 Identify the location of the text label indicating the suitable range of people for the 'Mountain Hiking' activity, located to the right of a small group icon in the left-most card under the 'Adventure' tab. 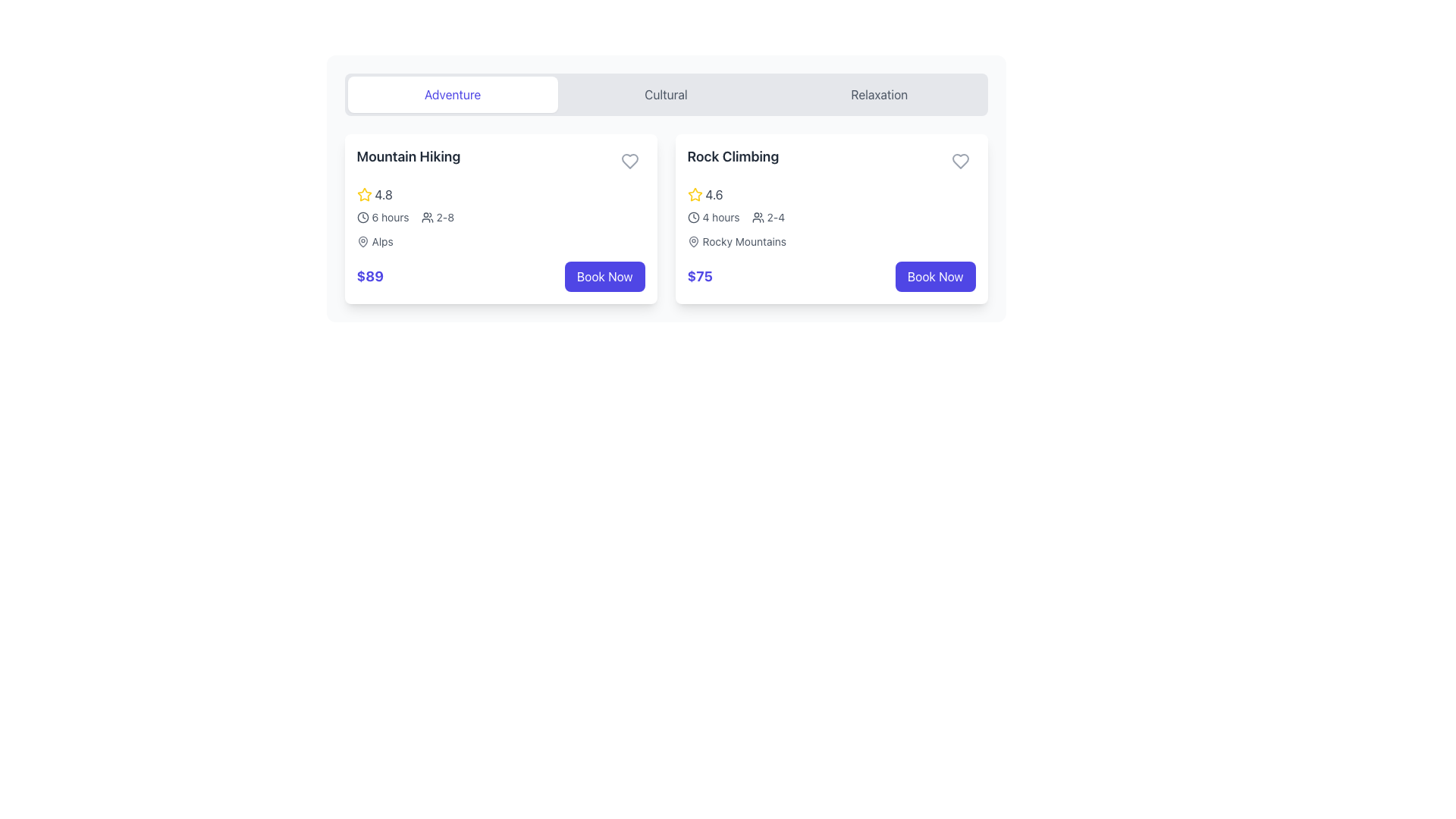
(444, 217).